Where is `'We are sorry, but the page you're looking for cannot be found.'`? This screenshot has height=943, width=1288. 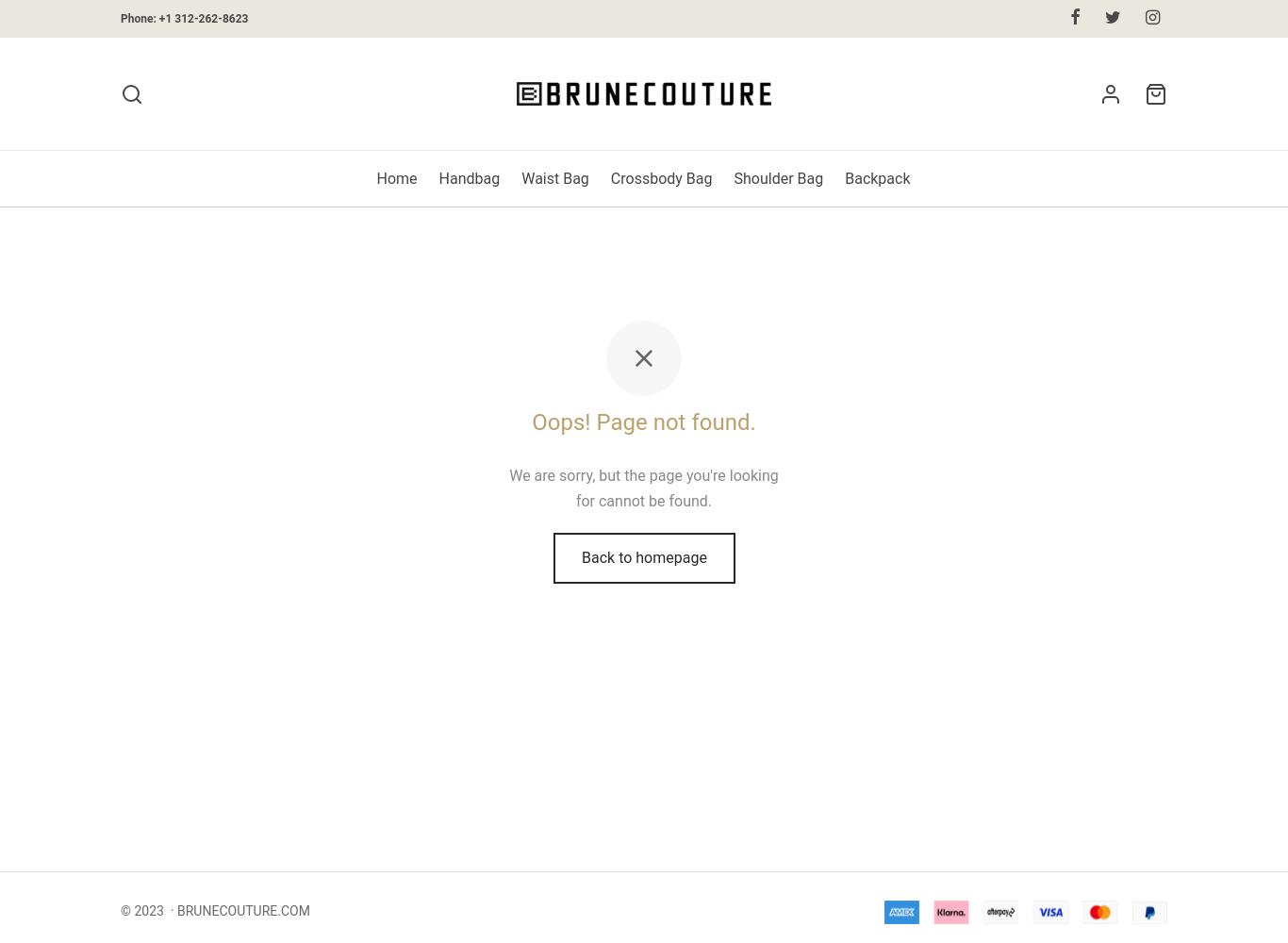 'We are sorry, but the page you're looking for cannot be found.' is located at coordinates (642, 488).